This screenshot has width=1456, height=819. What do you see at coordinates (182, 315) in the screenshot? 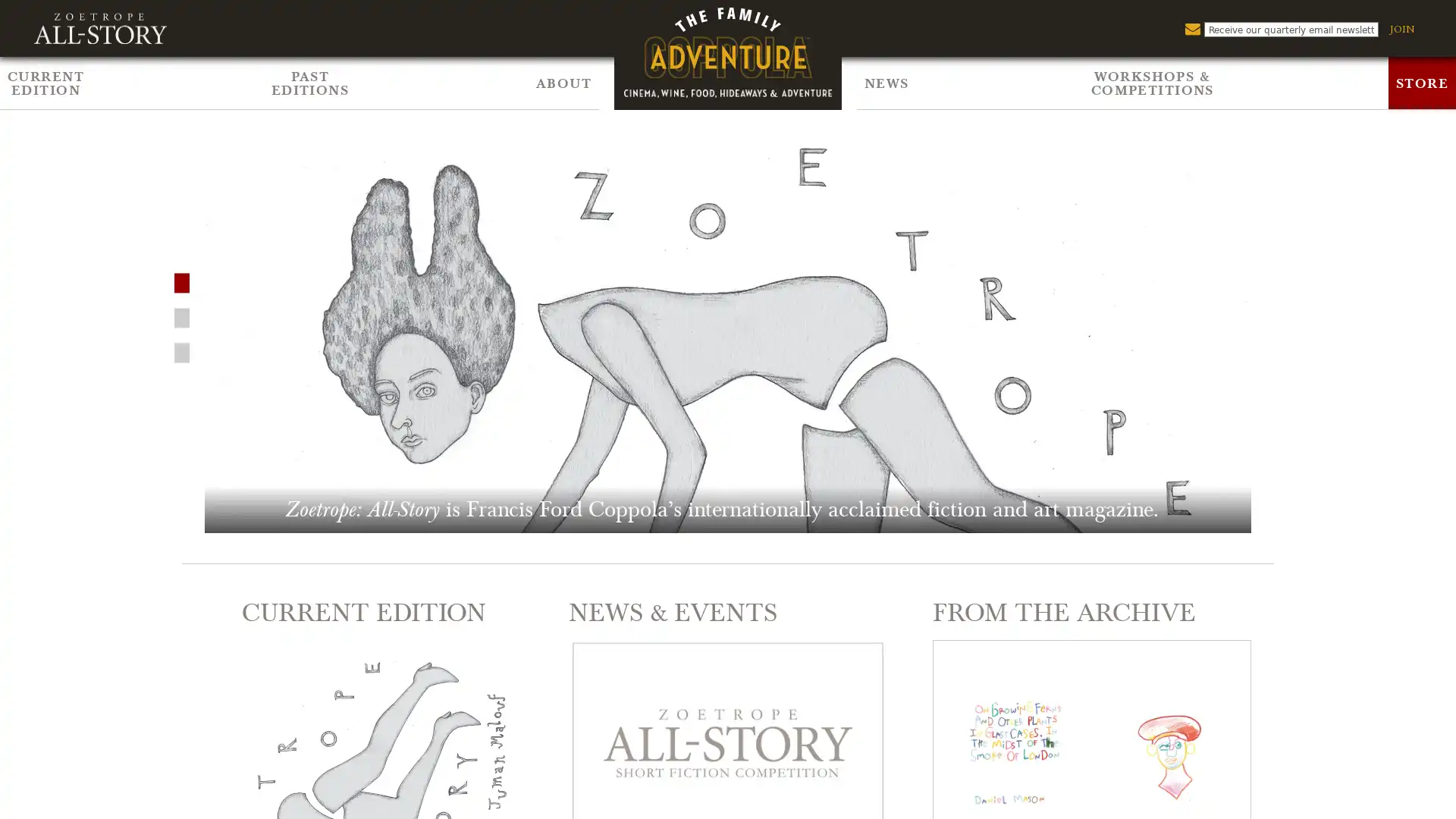
I see `Current Slide` at bounding box center [182, 315].